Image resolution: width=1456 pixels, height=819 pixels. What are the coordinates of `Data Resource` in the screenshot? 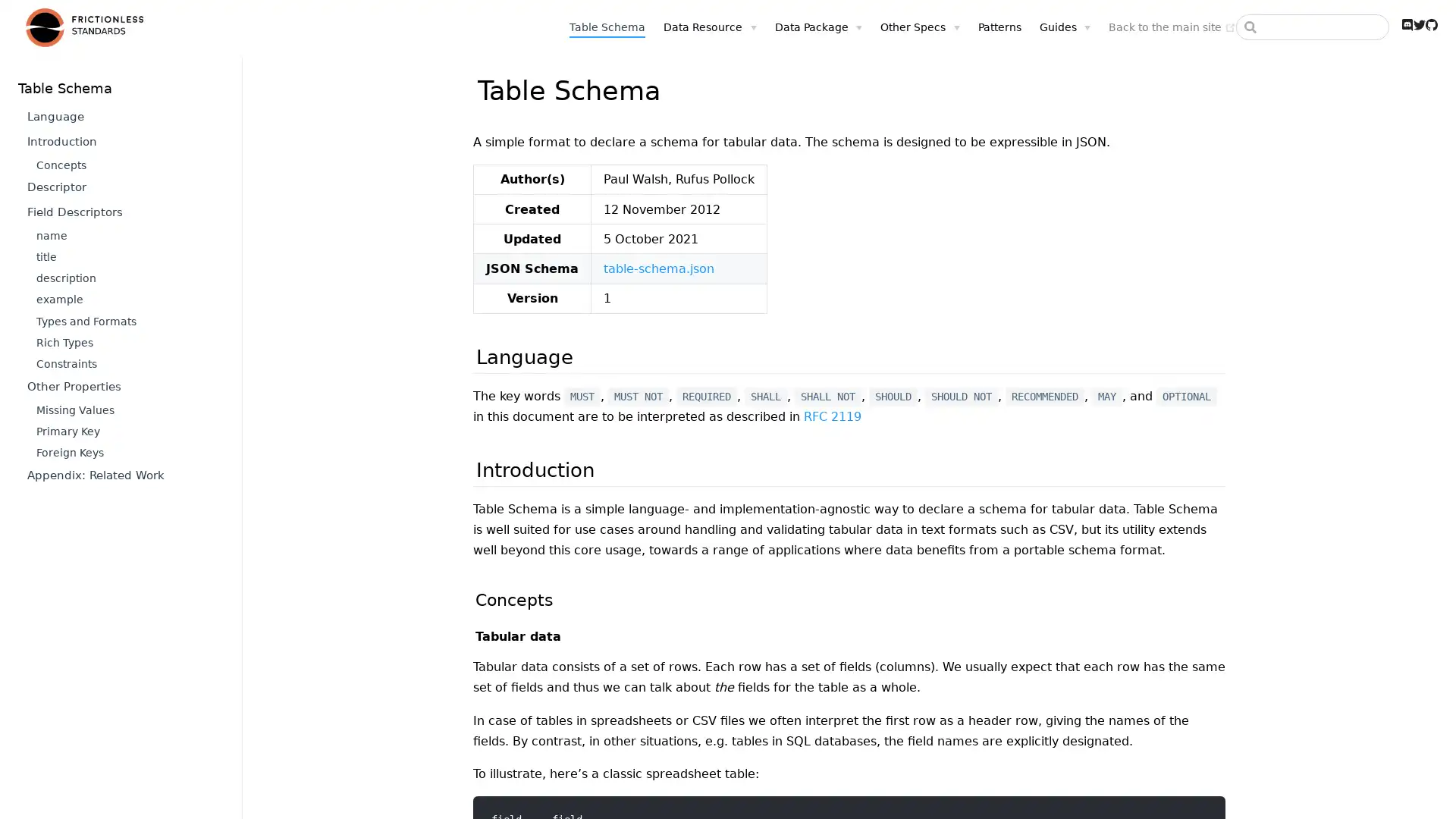 It's located at (709, 27).